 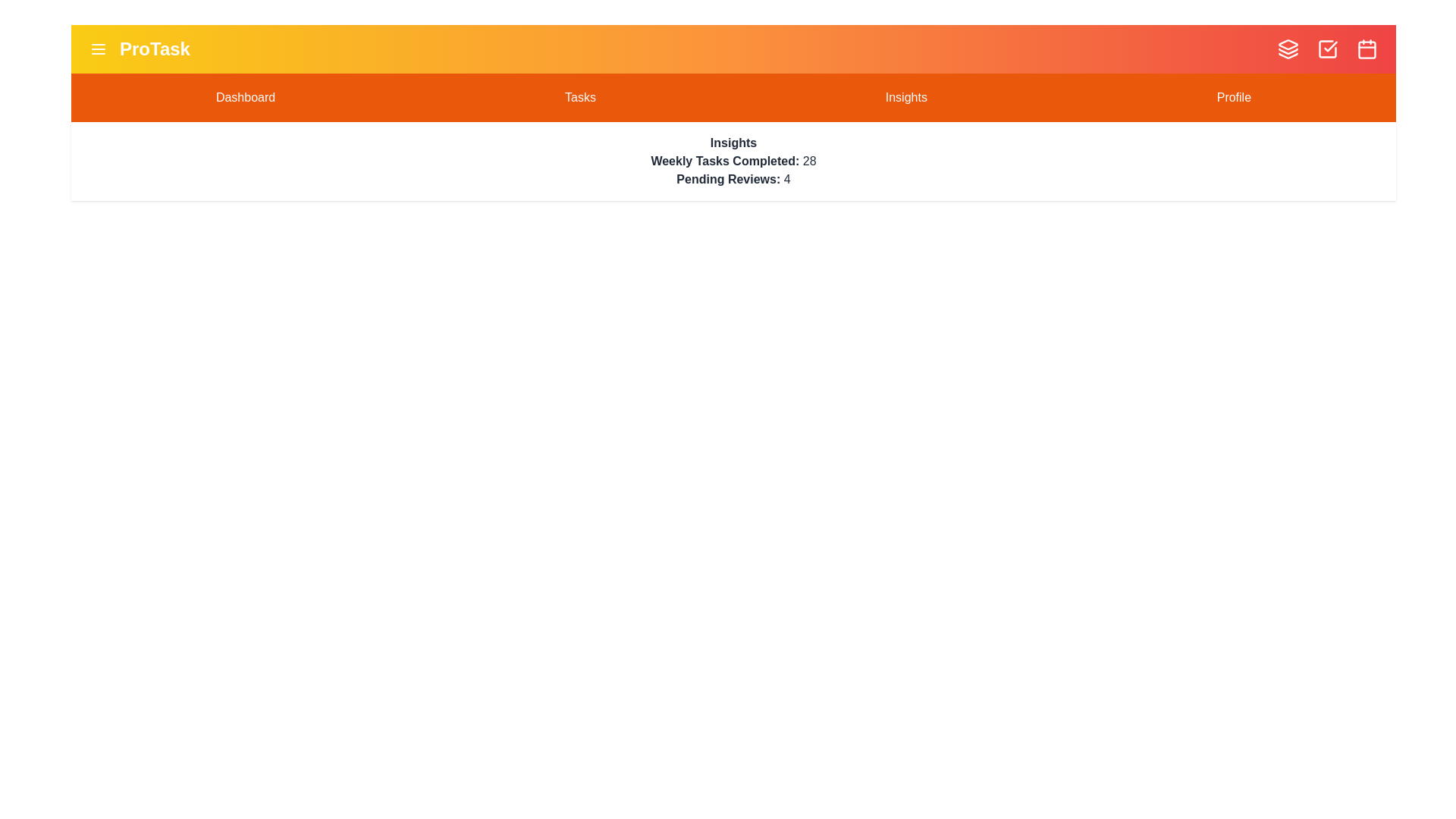 I want to click on the Layers icon in the top-right corner, so click(x=1288, y=49).